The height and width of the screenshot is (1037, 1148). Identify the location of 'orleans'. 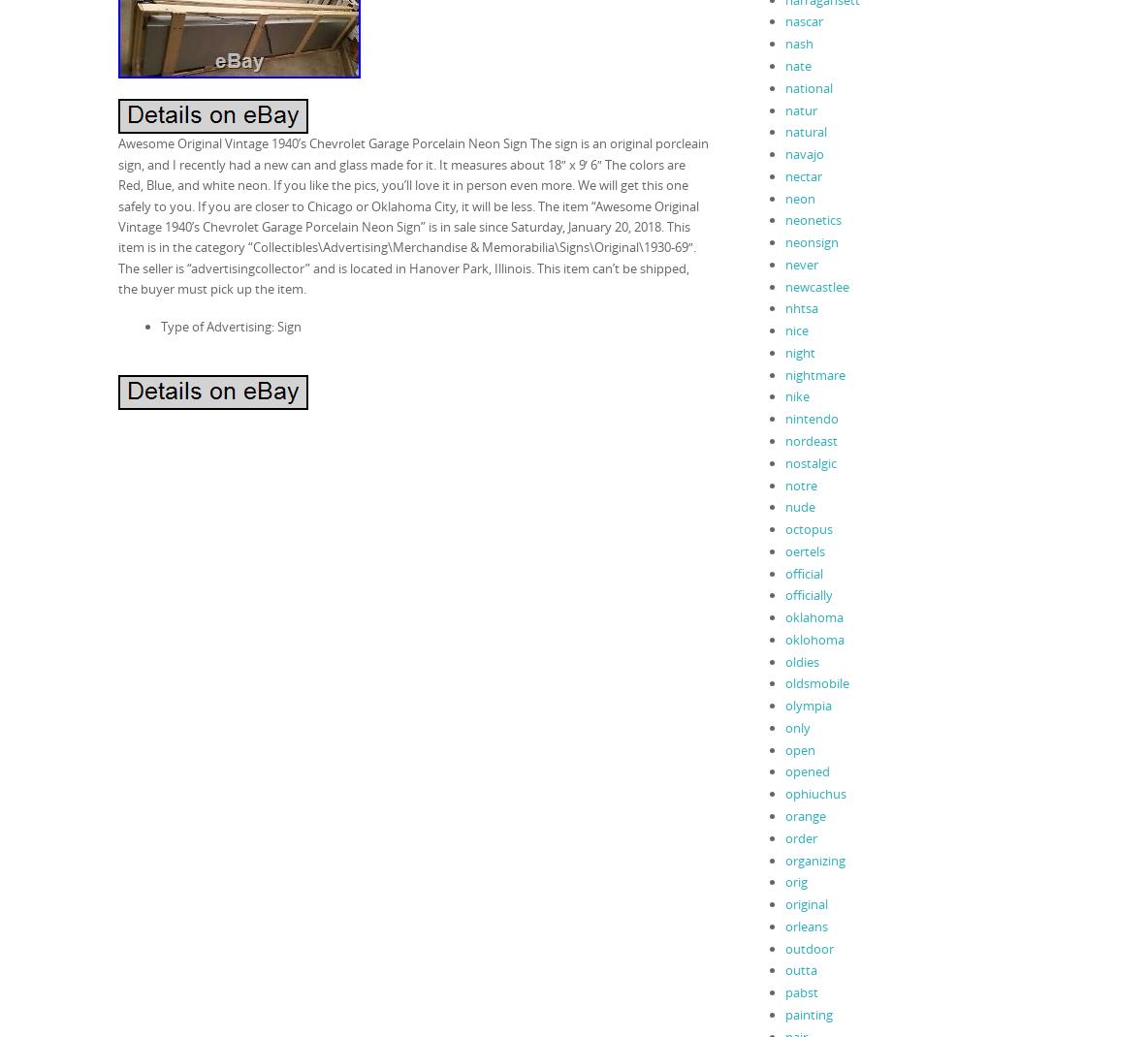
(783, 924).